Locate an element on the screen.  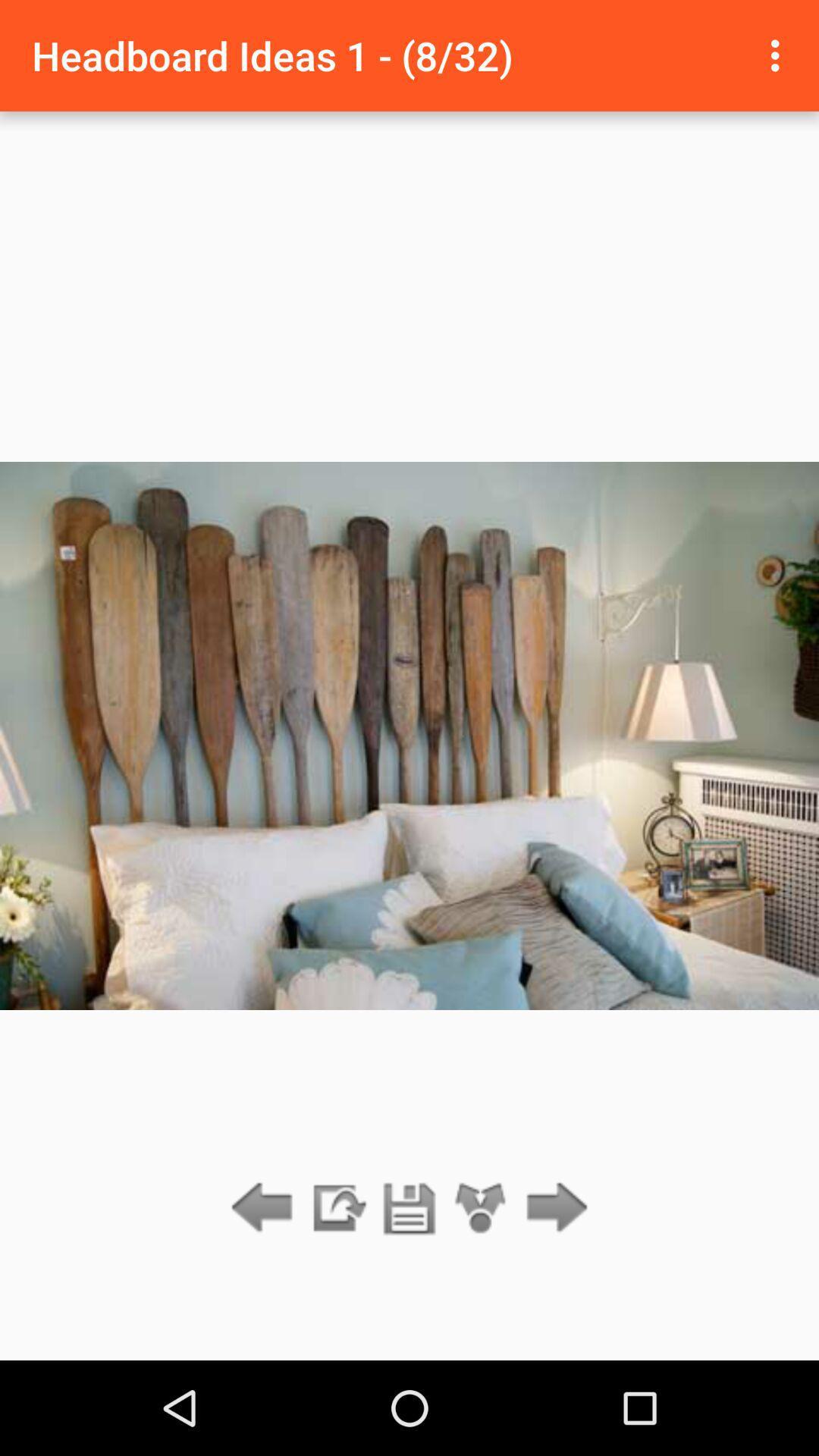
the icon at the top right corner is located at coordinates (779, 55).